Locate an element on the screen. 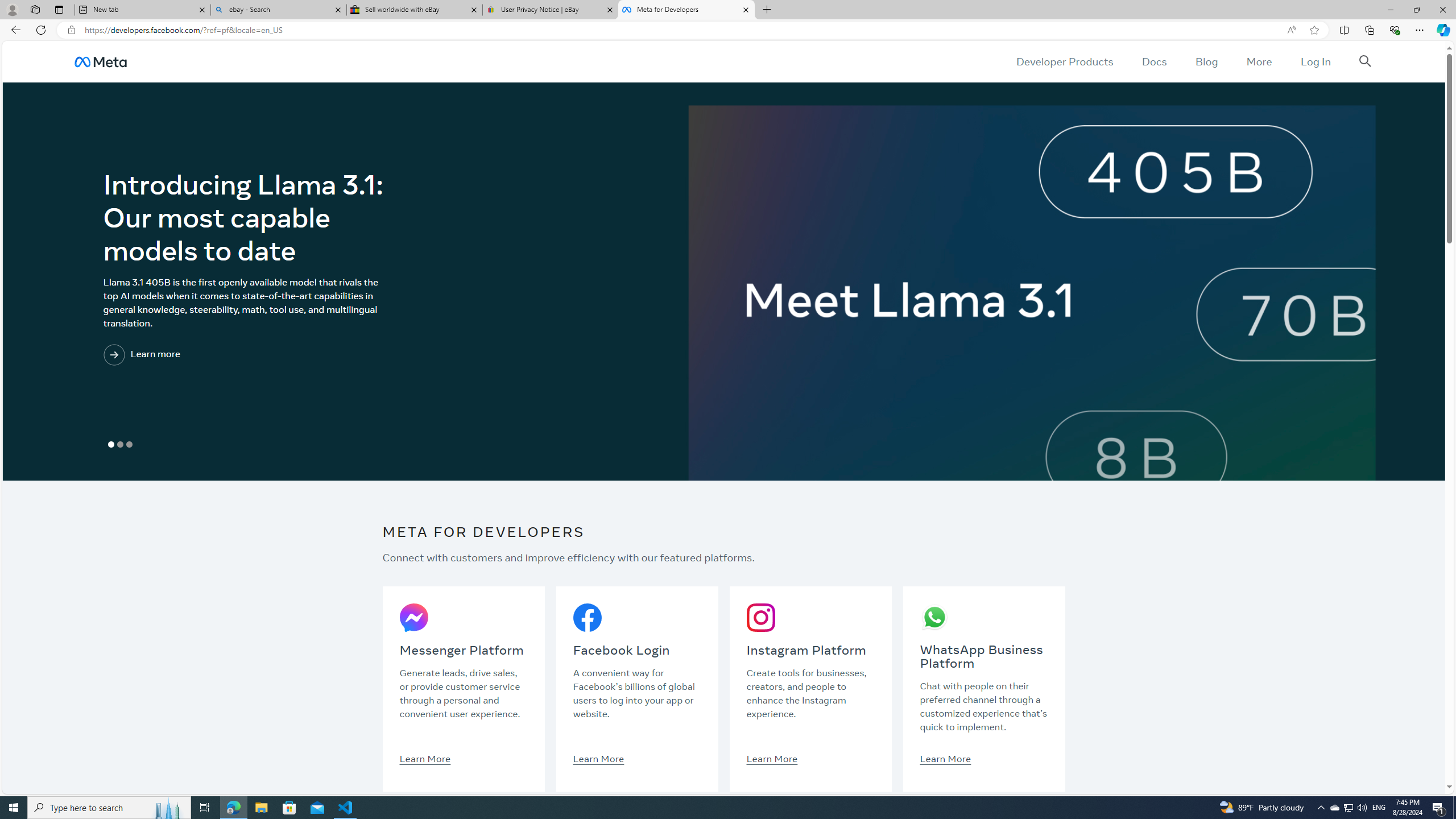  'Meta for Developers' is located at coordinates (685, 9).